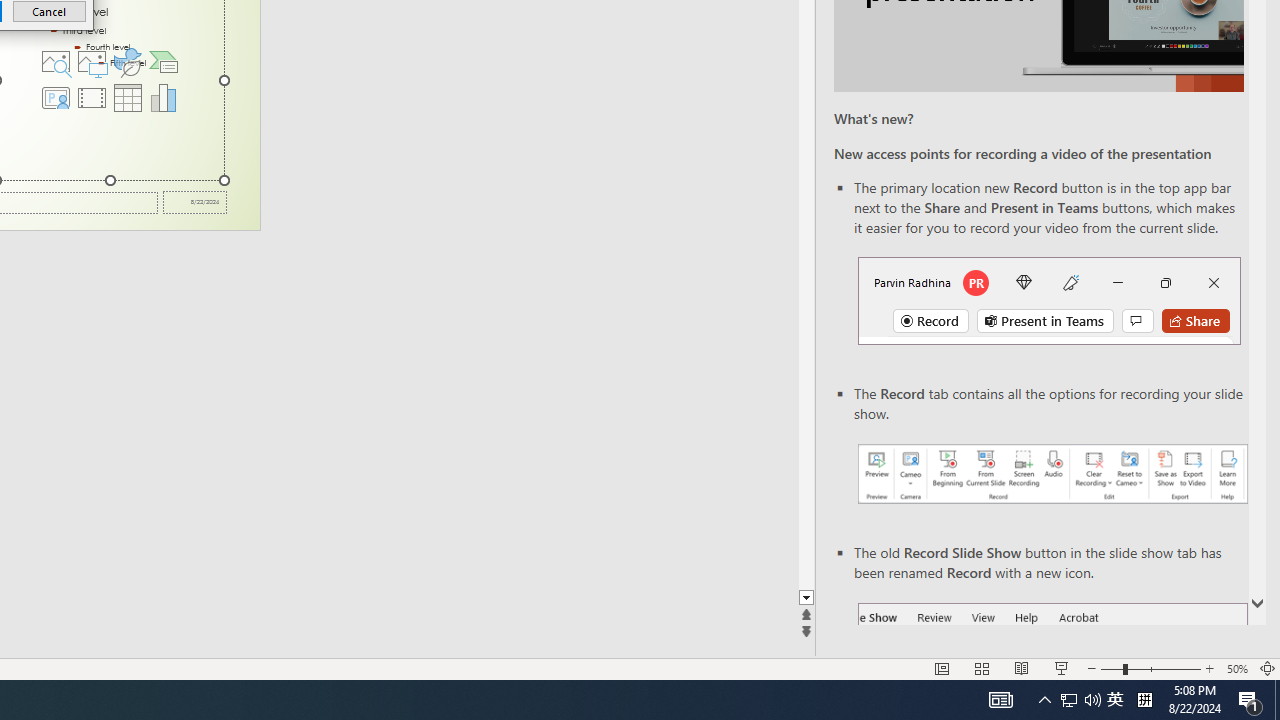  Describe the element at coordinates (1051, 474) in the screenshot. I see `'Record your presentations screenshot one'` at that location.